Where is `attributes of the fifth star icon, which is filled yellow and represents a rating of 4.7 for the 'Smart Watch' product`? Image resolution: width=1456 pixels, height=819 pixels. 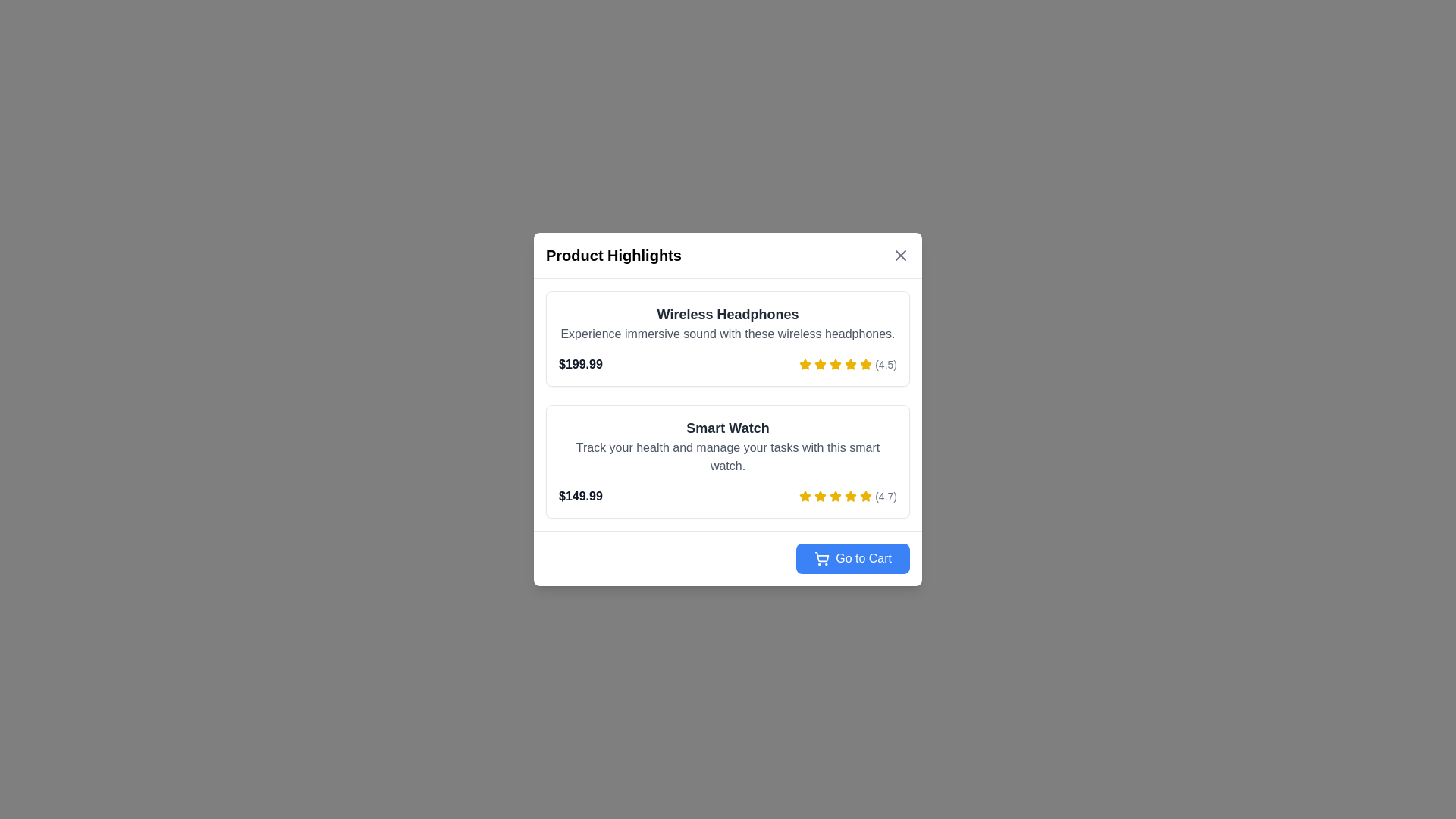 attributes of the fifth star icon, which is filled yellow and represents a rating of 4.7 for the 'Smart Watch' product is located at coordinates (866, 497).